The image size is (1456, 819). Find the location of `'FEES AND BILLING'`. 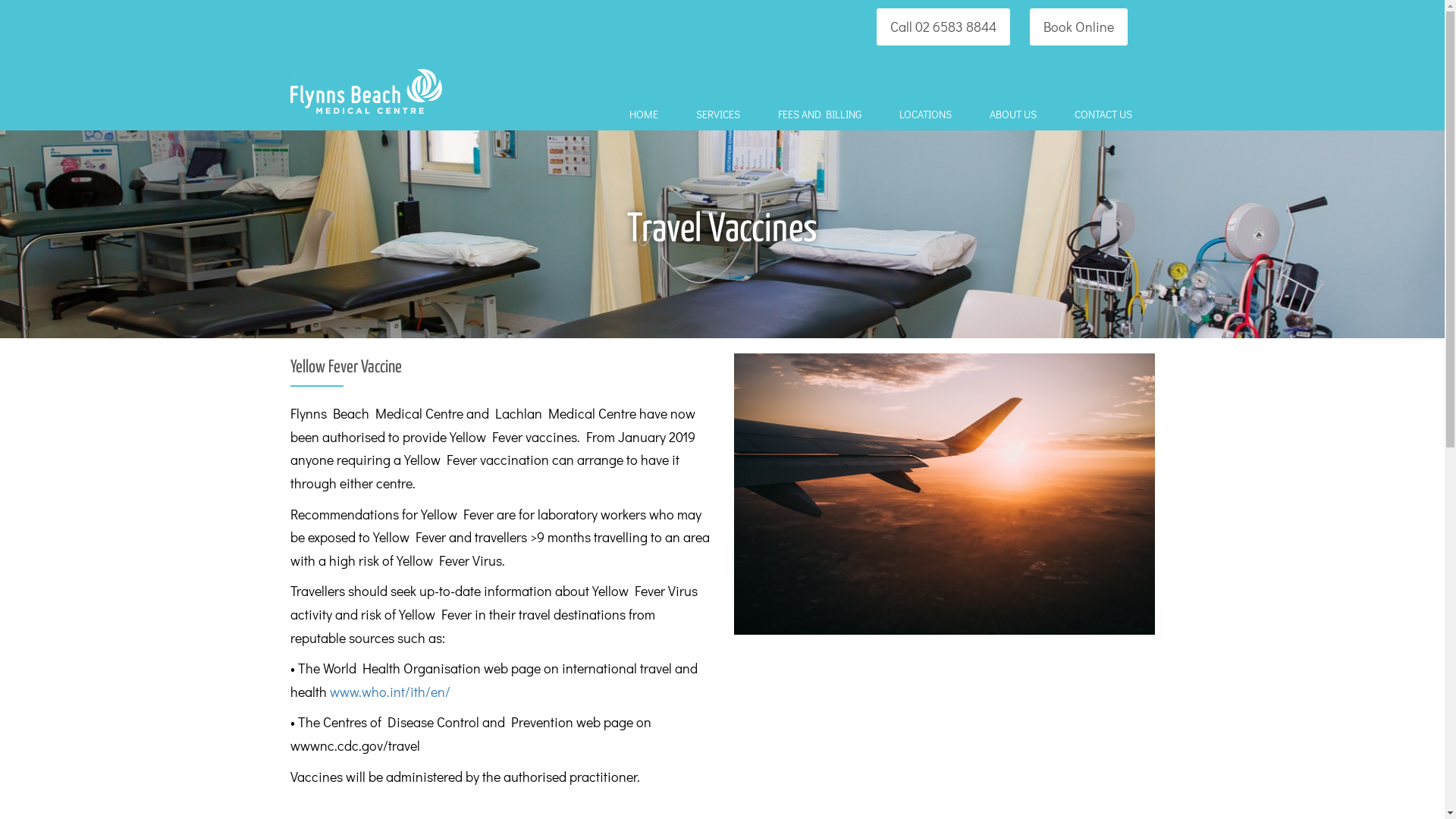

'FEES AND BILLING' is located at coordinates (763, 114).